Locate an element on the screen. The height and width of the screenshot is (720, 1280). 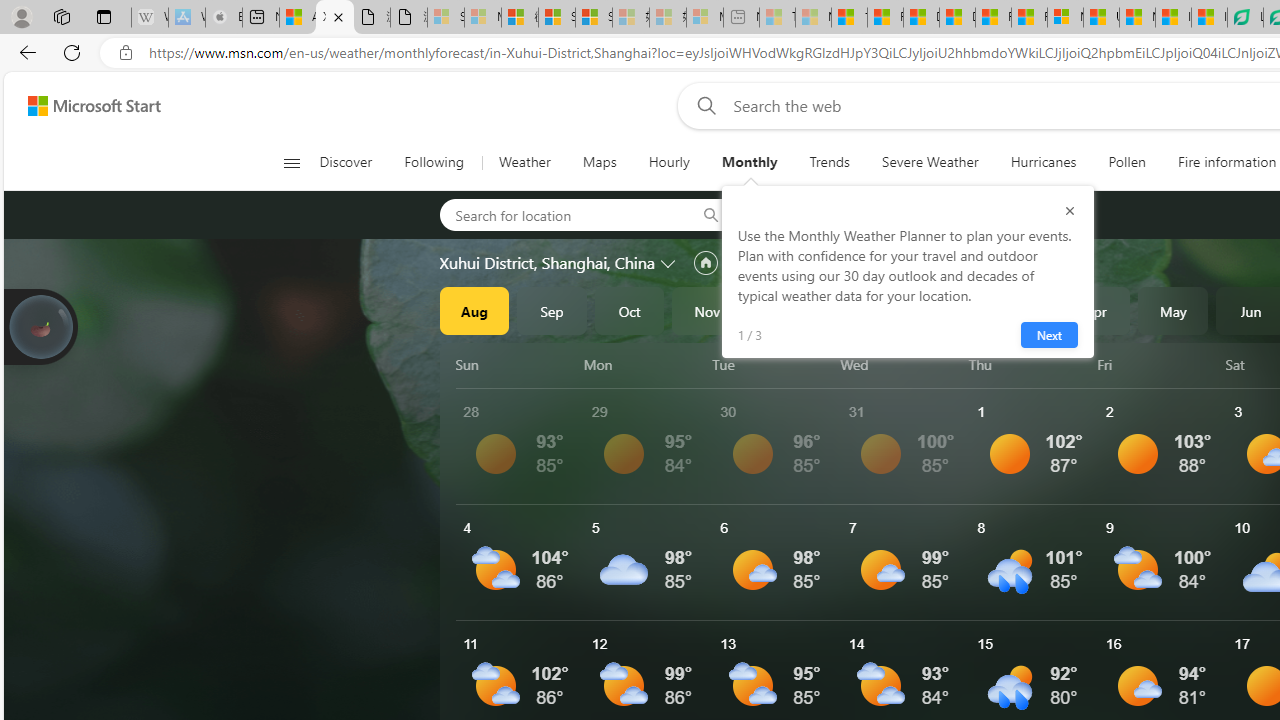
'Severe Weather' is located at coordinates (929, 162).